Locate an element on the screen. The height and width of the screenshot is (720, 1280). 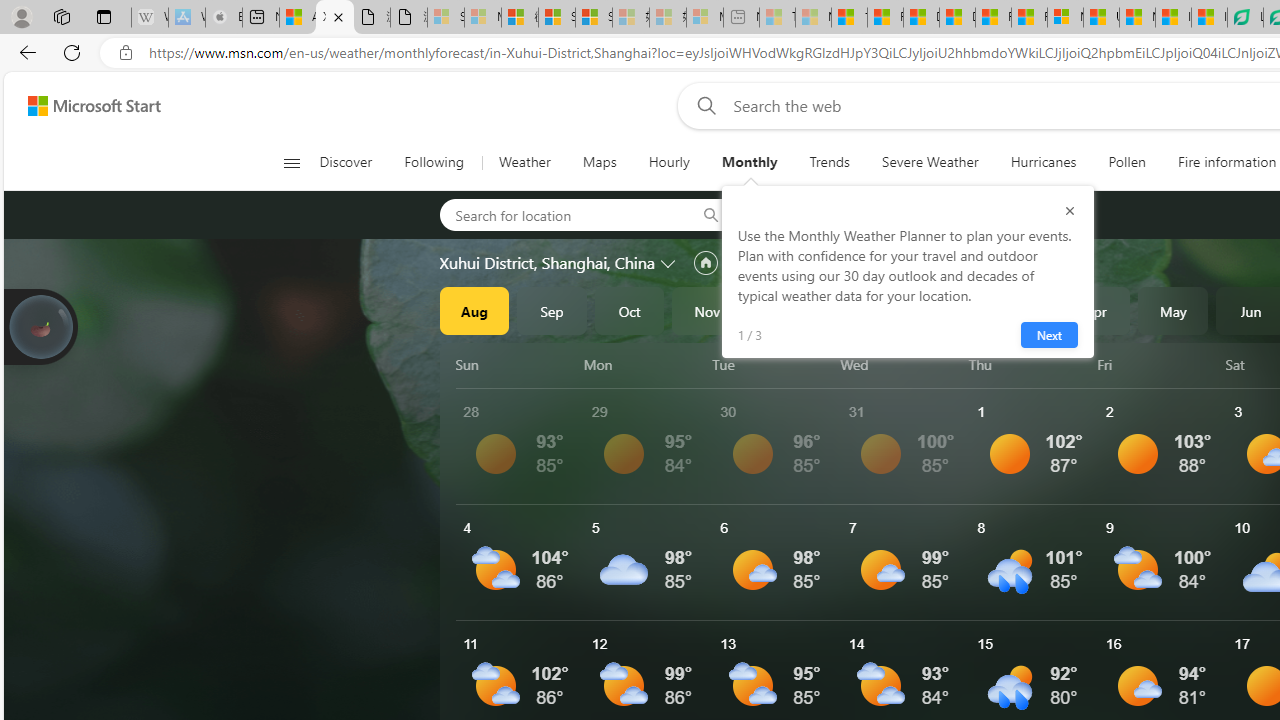
'Severe Weather' is located at coordinates (929, 162).